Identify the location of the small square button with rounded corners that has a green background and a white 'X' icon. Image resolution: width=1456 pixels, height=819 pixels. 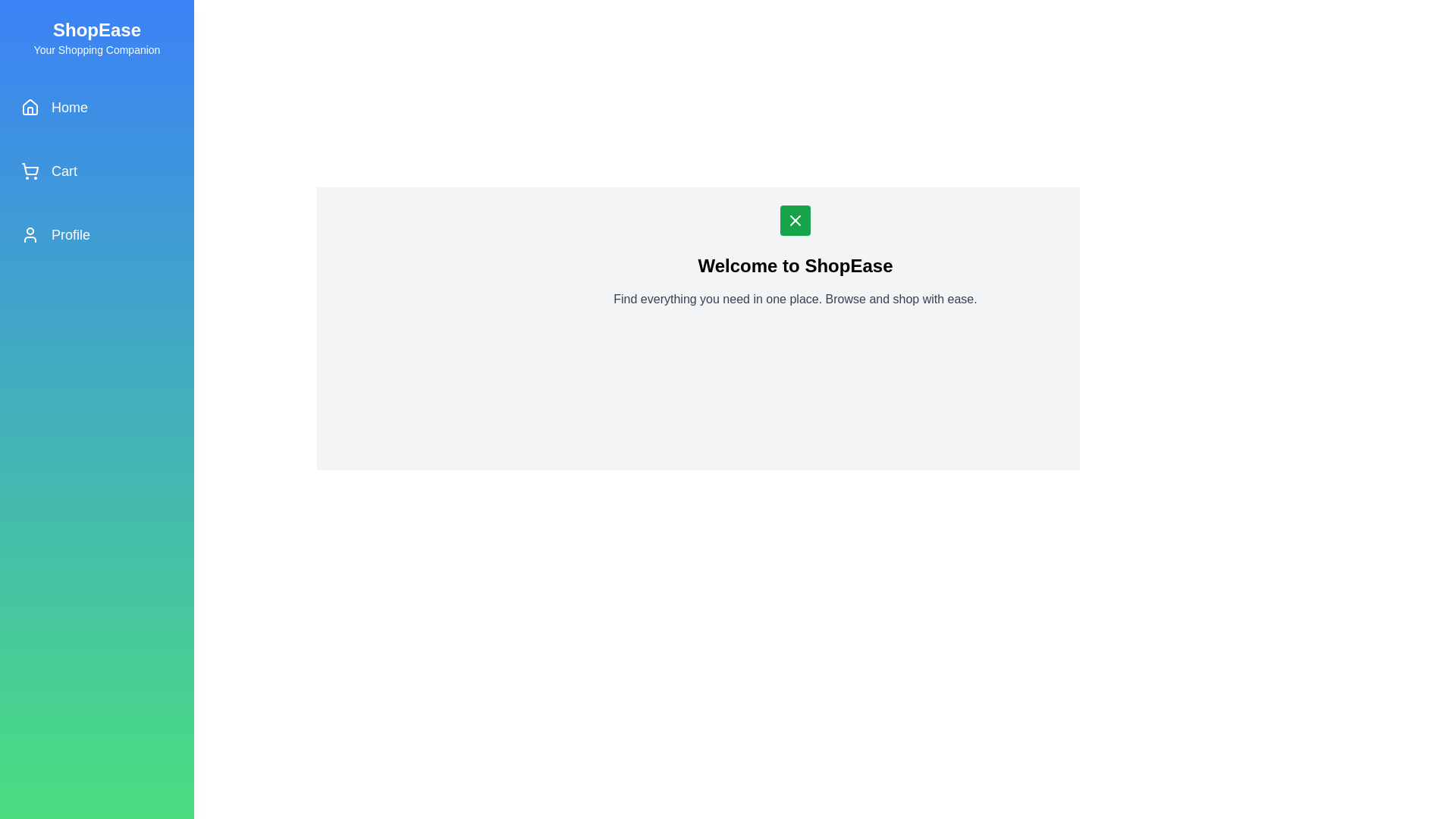
(795, 220).